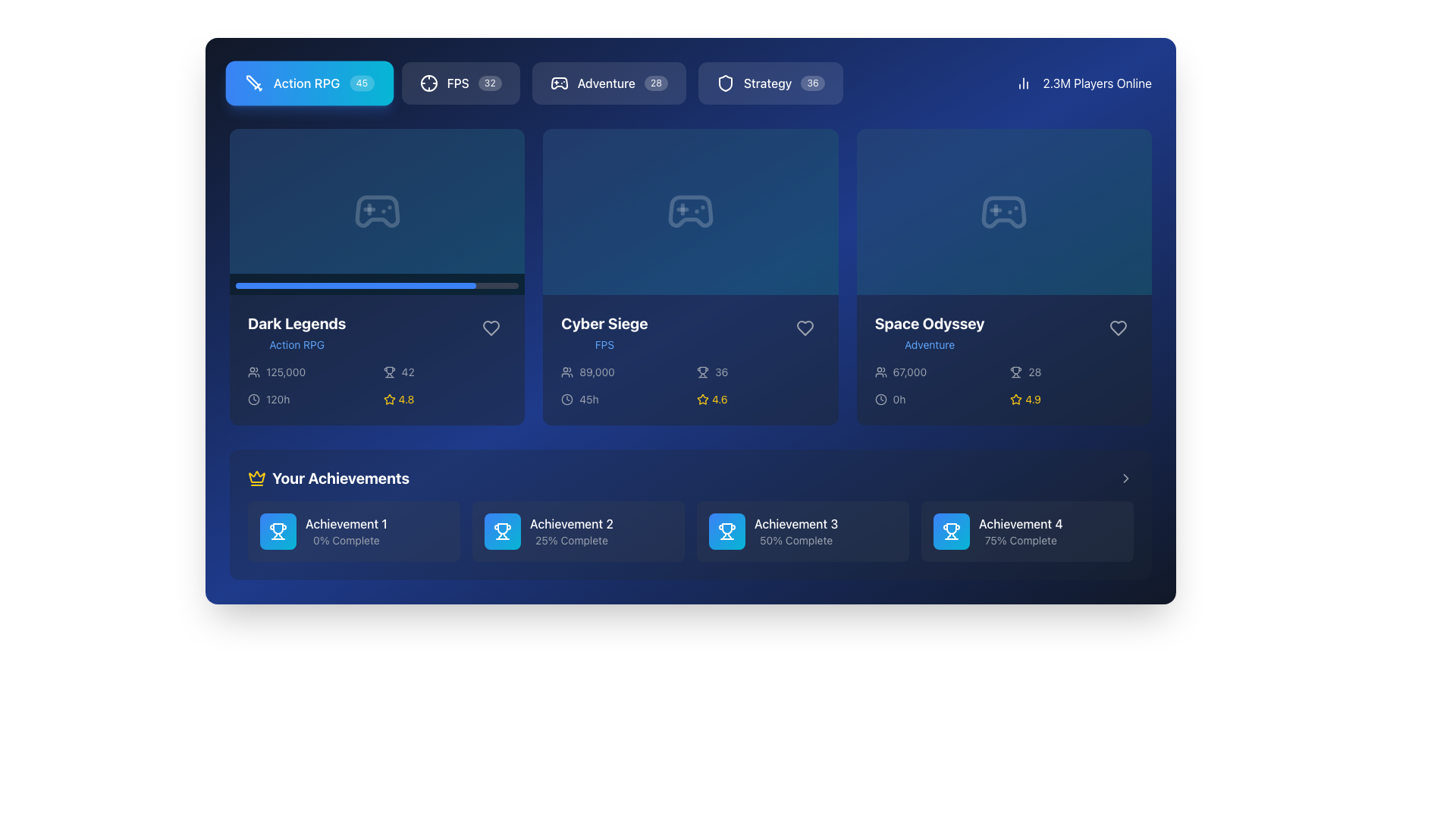  What do you see at coordinates (724, 83) in the screenshot?
I see `the 'Strategy' category icon located in the header section of the interface` at bounding box center [724, 83].